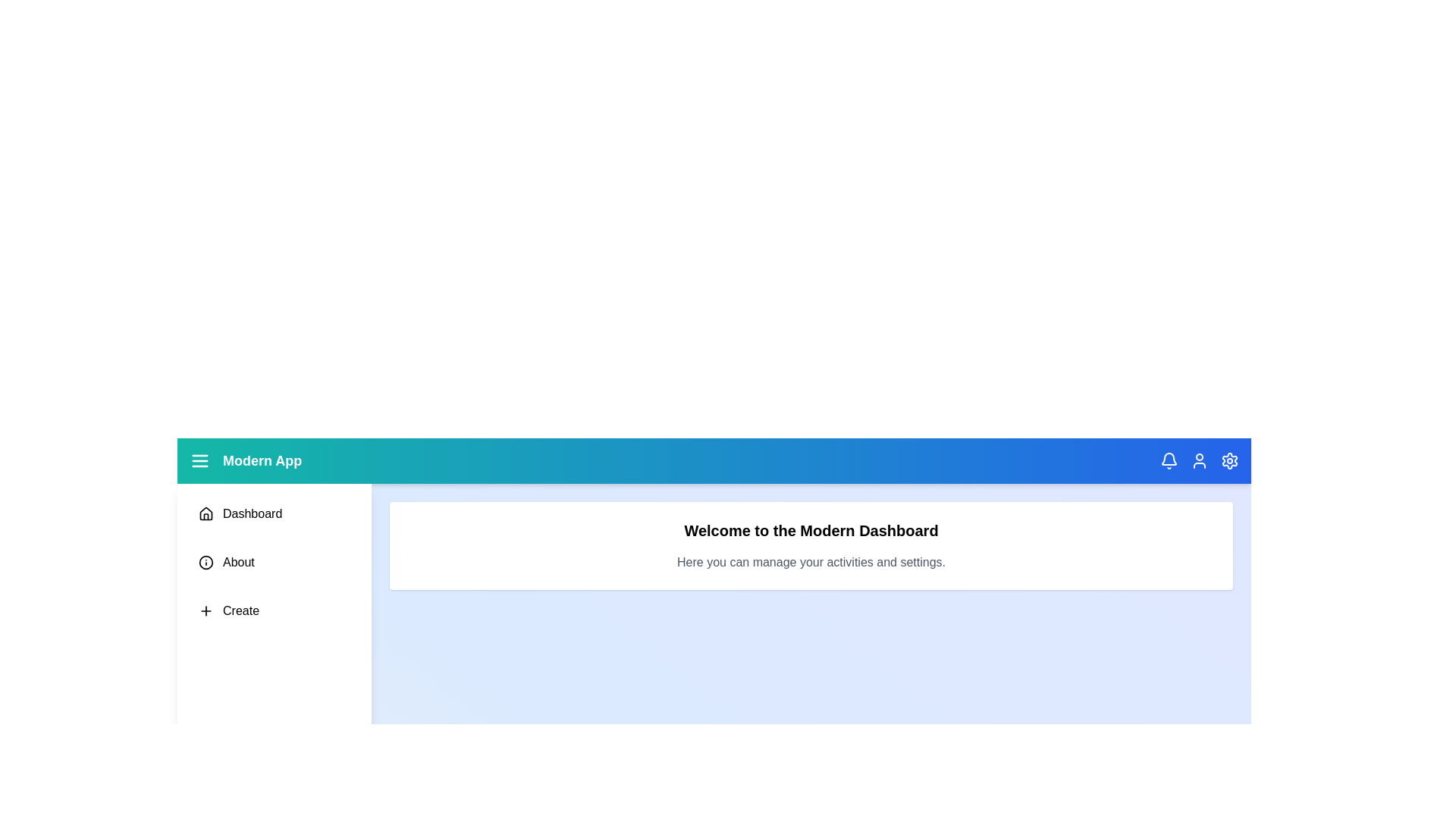 This screenshot has width=1456, height=819. I want to click on the menu item Create from the sidebar, so click(274, 610).